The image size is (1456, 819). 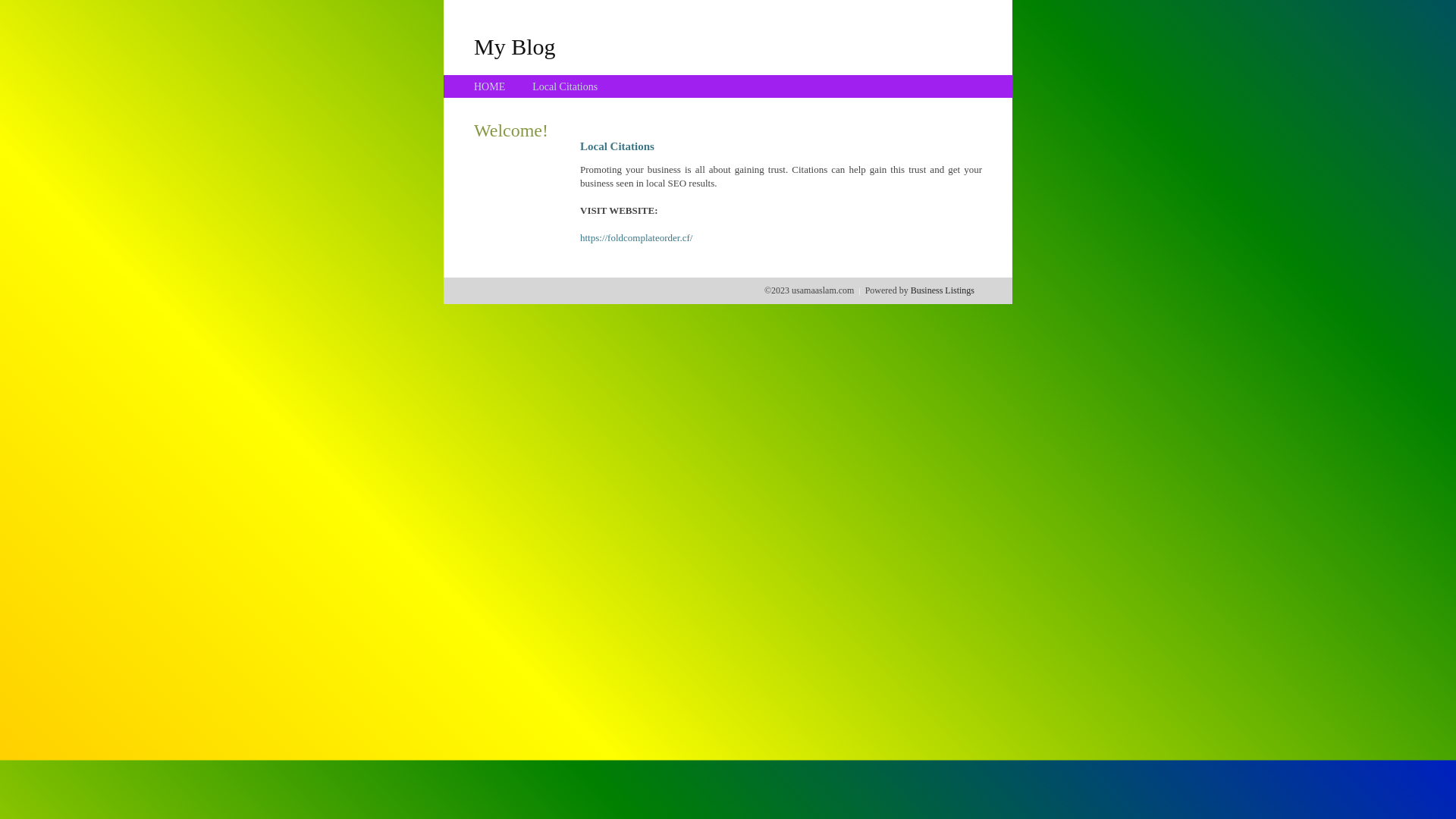 I want to click on 'My Blog', so click(x=514, y=45).